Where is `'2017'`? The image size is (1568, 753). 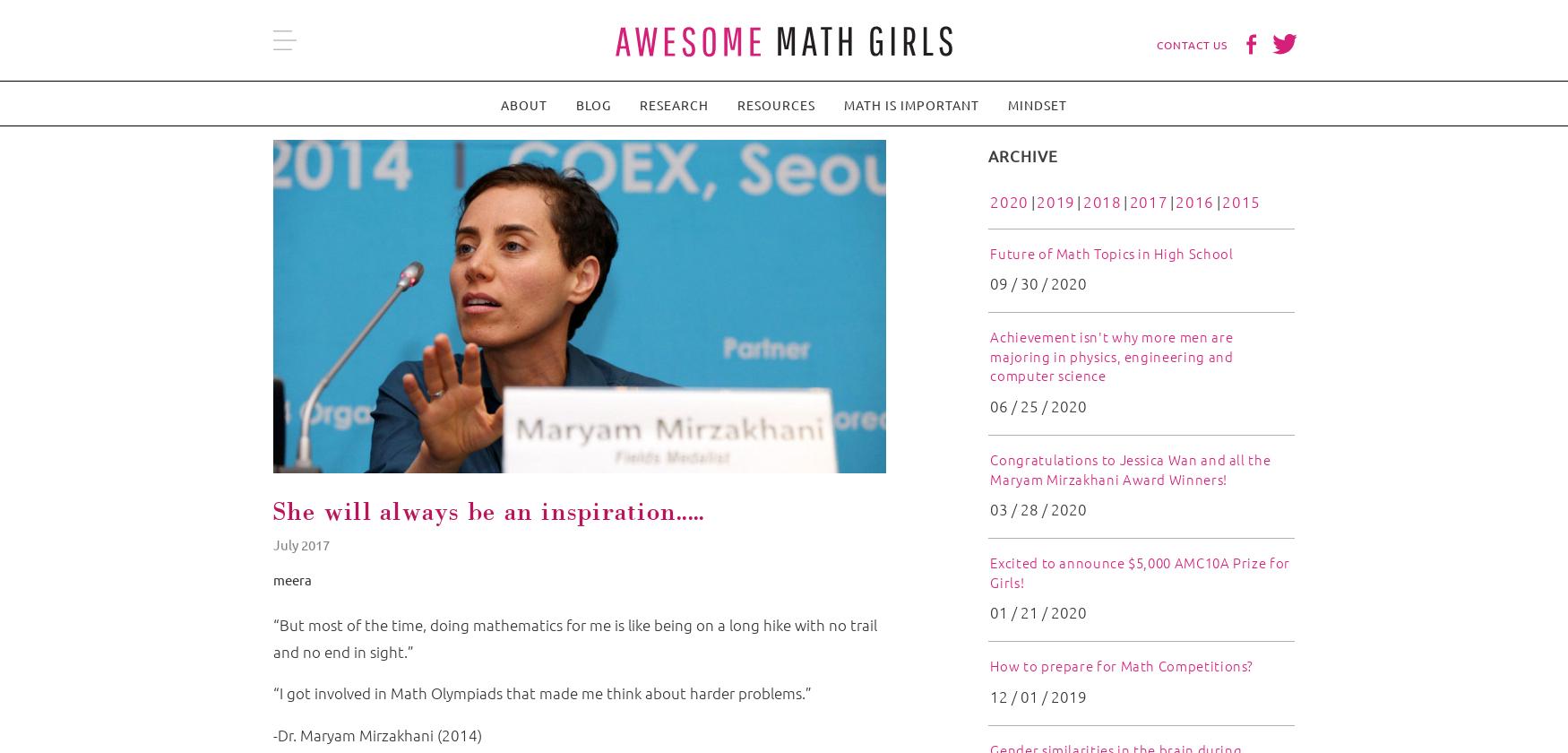 '2017' is located at coordinates (1147, 202).